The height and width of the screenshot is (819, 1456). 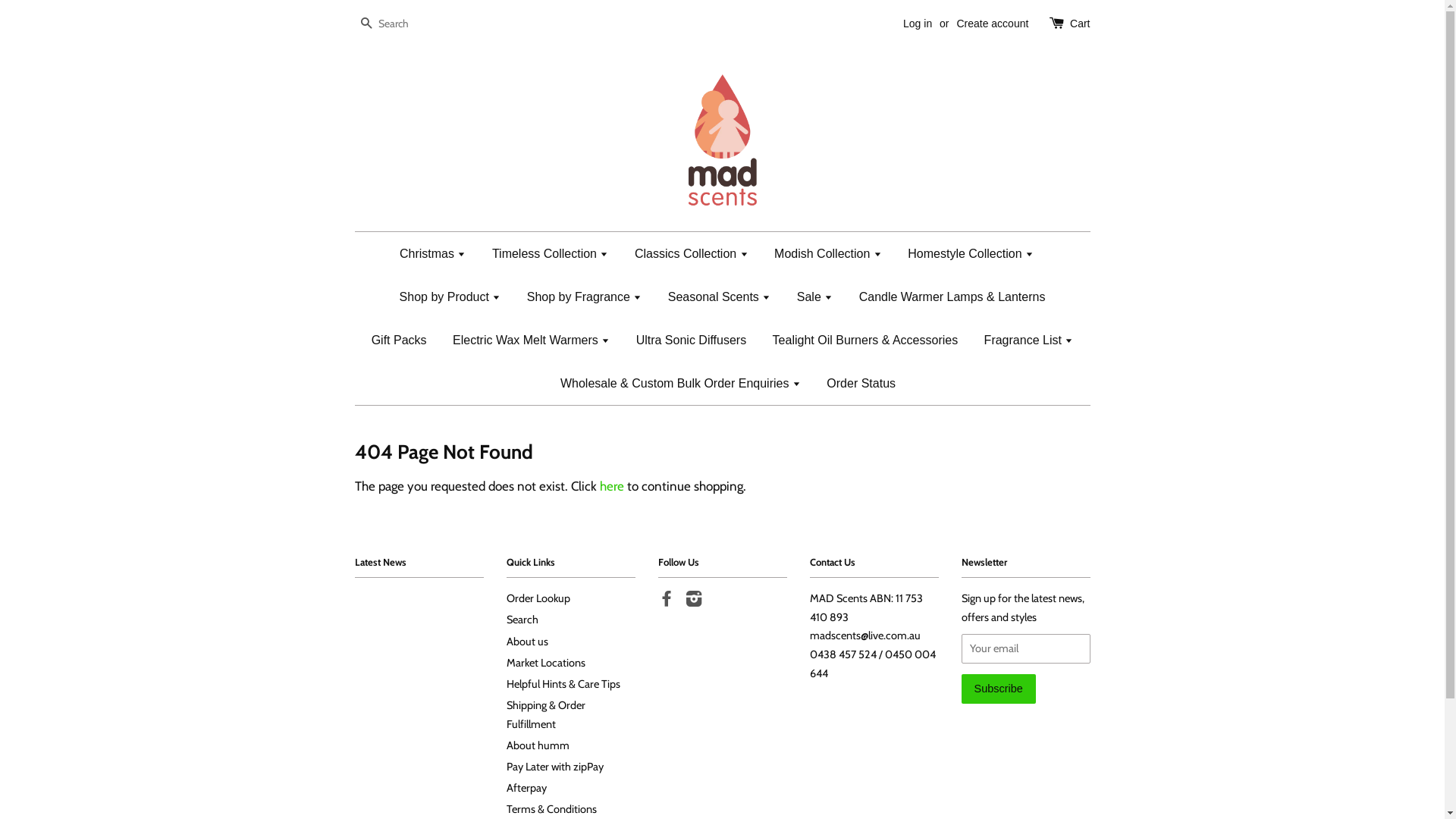 What do you see at coordinates (625, 339) in the screenshot?
I see `'Ultra Sonic Diffusers'` at bounding box center [625, 339].